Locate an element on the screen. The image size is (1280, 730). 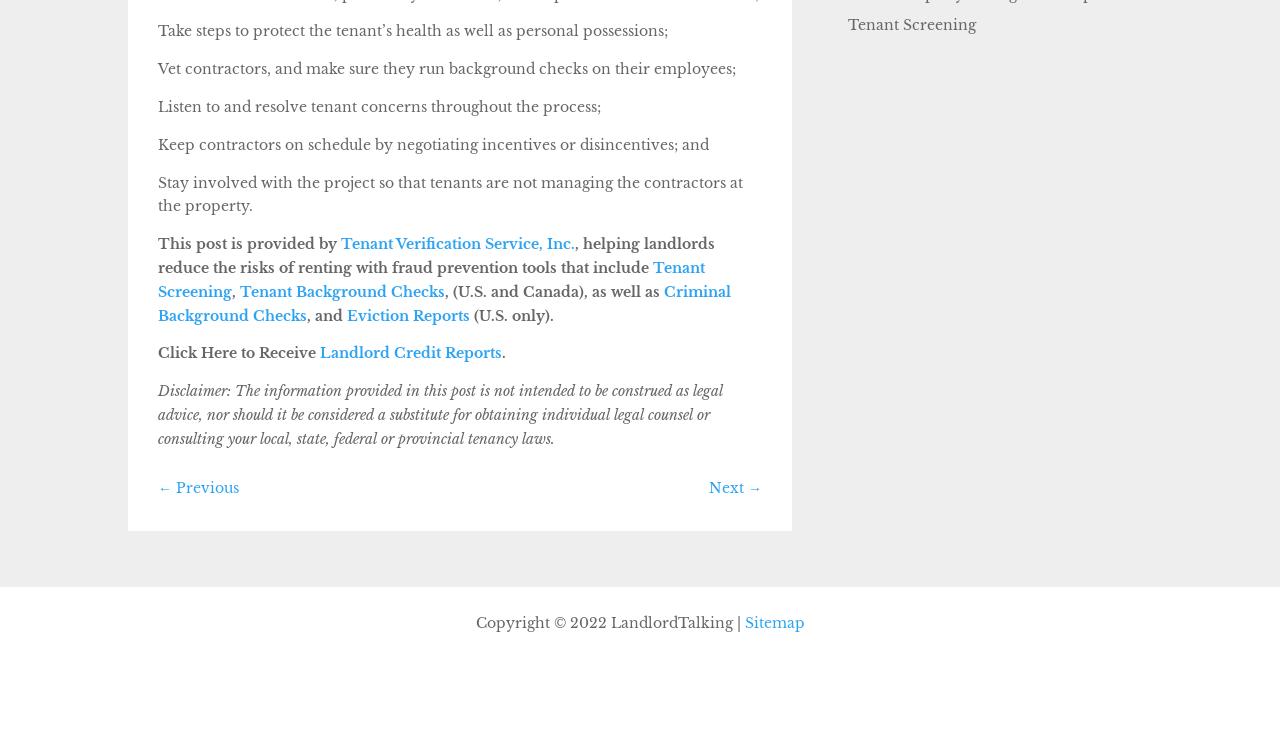
'Stay involved with the project so that tenants are not managing the contractors at the property.' is located at coordinates (449, 194).